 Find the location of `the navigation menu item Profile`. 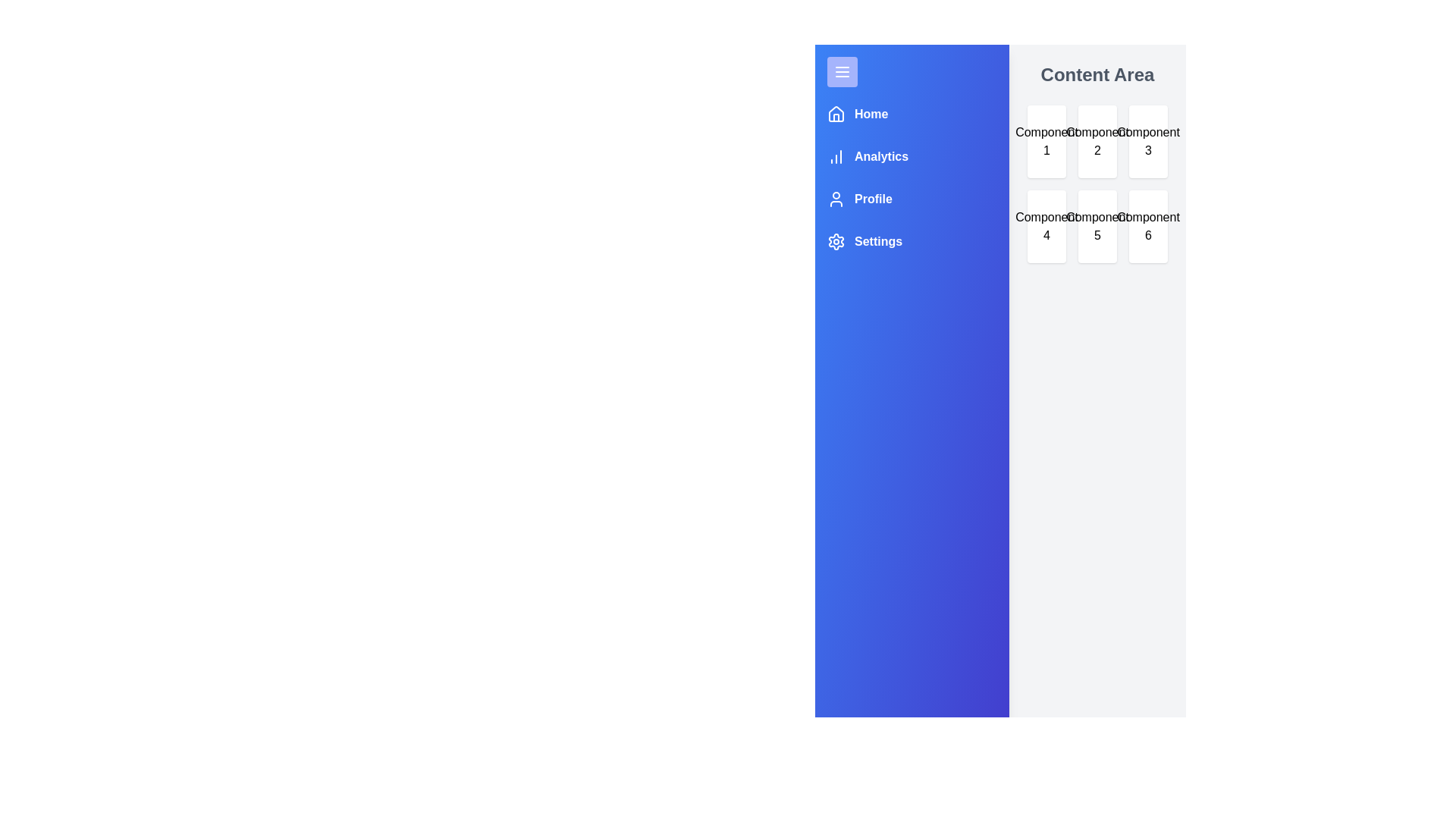

the navigation menu item Profile is located at coordinates (859, 198).